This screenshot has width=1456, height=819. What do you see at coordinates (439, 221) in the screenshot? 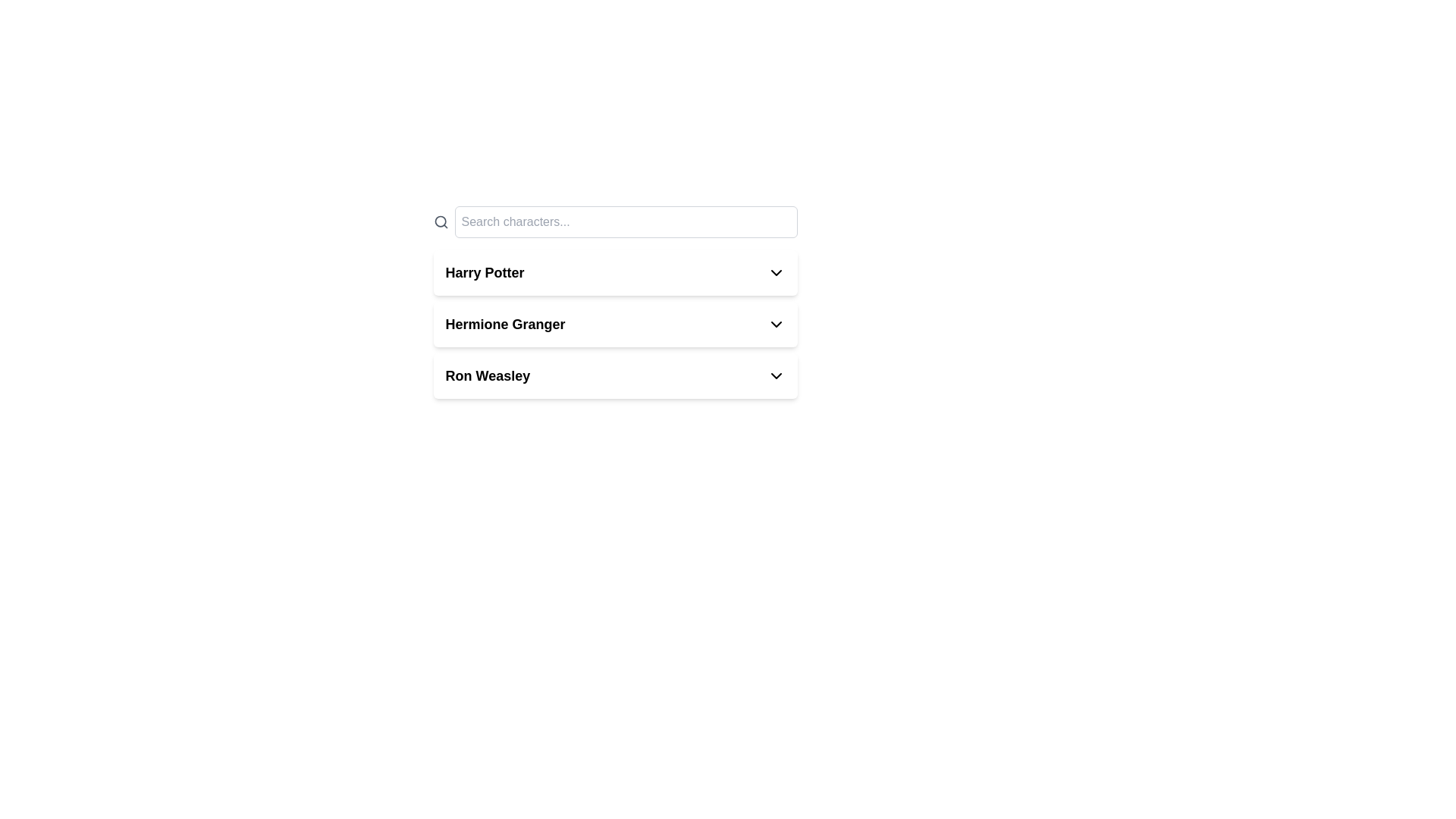
I see `the circular vector graphic that serves as the lens of the magnifying glass in the search icon, located left of the input field labeled 'Search characters...'` at bounding box center [439, 221].